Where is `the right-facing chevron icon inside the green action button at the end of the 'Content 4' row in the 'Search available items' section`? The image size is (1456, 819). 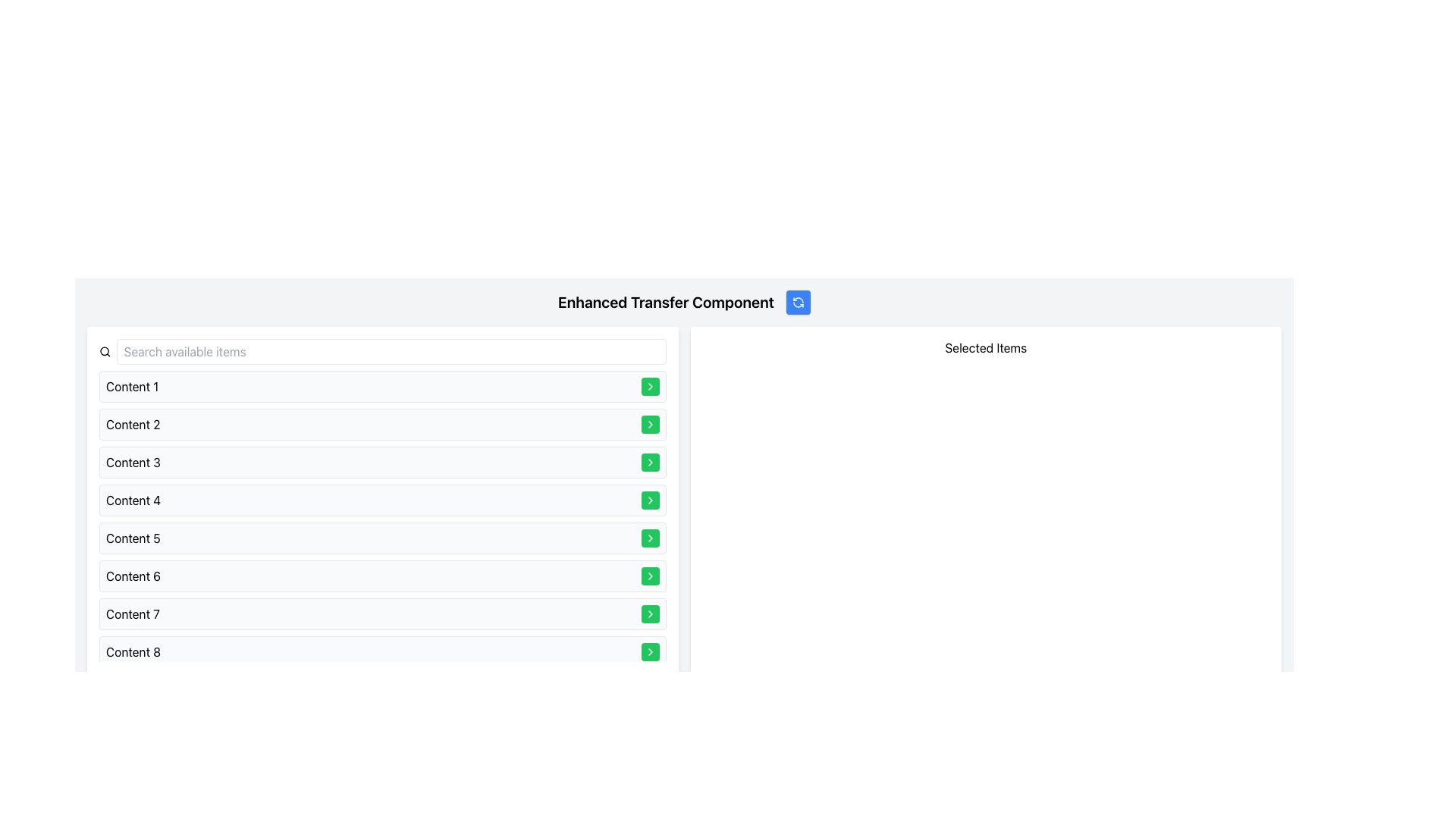
the right-facing chevron icon inside the green action button at the end of the 'Content 4' row in the 'Search available items' section is located at coordinates (650, 461).